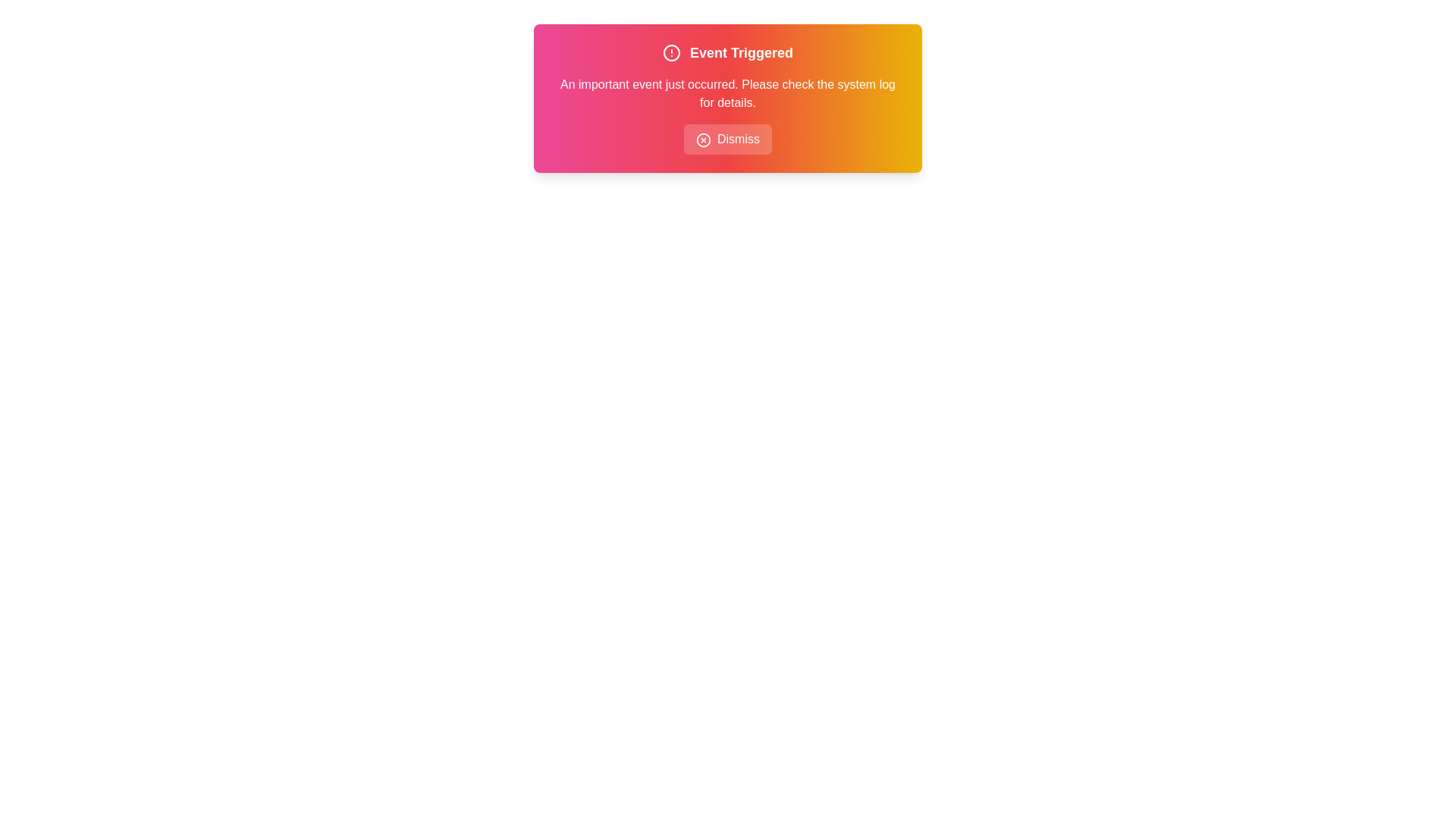  I want to click on the 'Dismiss' button, which is a rounded rectangle with a light transparency effect and contains a circular 'X' icon, located at the bottom of the dialog box, so click(728, 140).